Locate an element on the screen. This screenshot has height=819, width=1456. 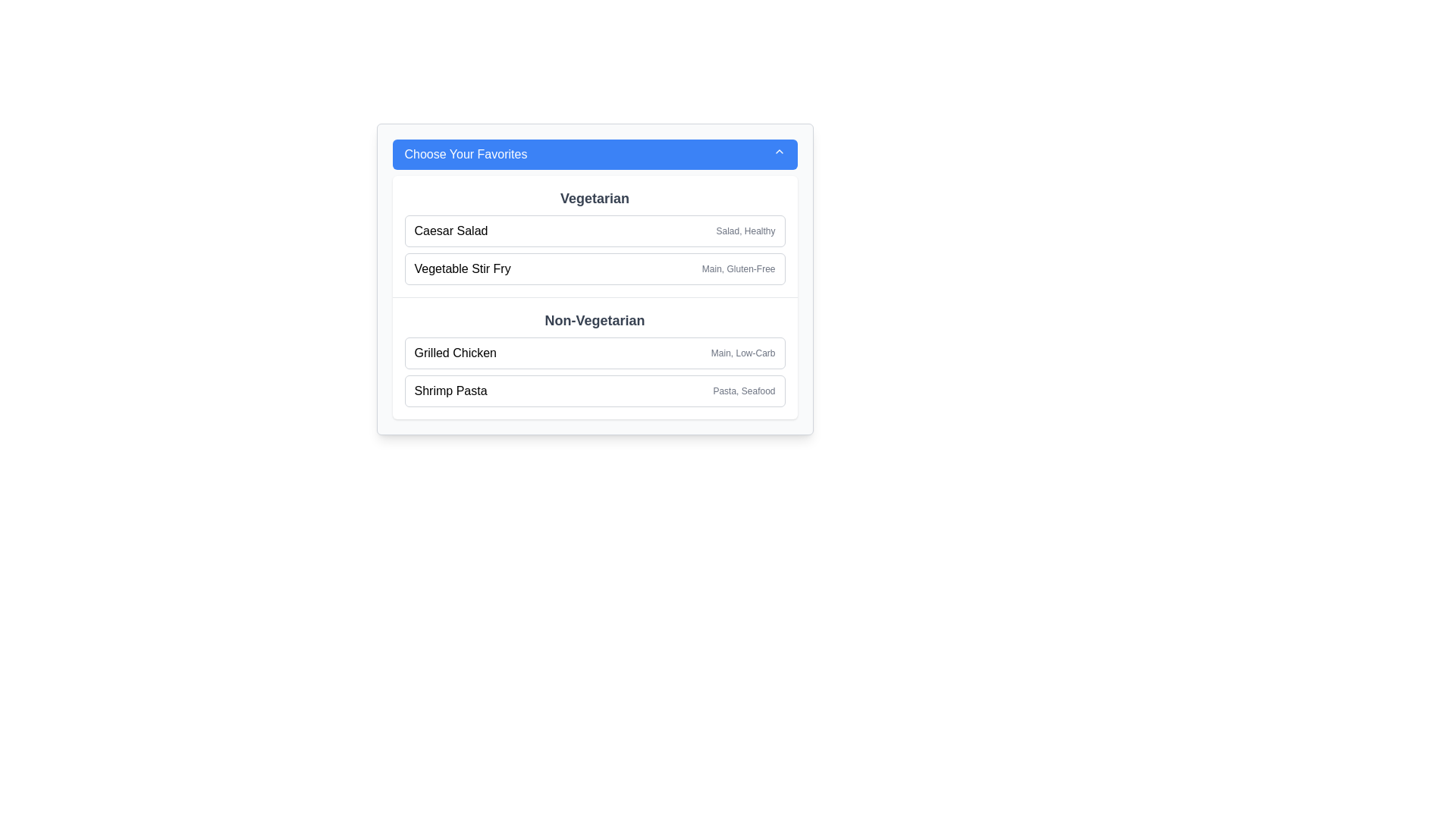
the interactive list item labeled 'Grilled Chicken' with the subtitle 'Main, Low-Carb' in the Non-Vegetarian category is located at coordinates (594, 353).